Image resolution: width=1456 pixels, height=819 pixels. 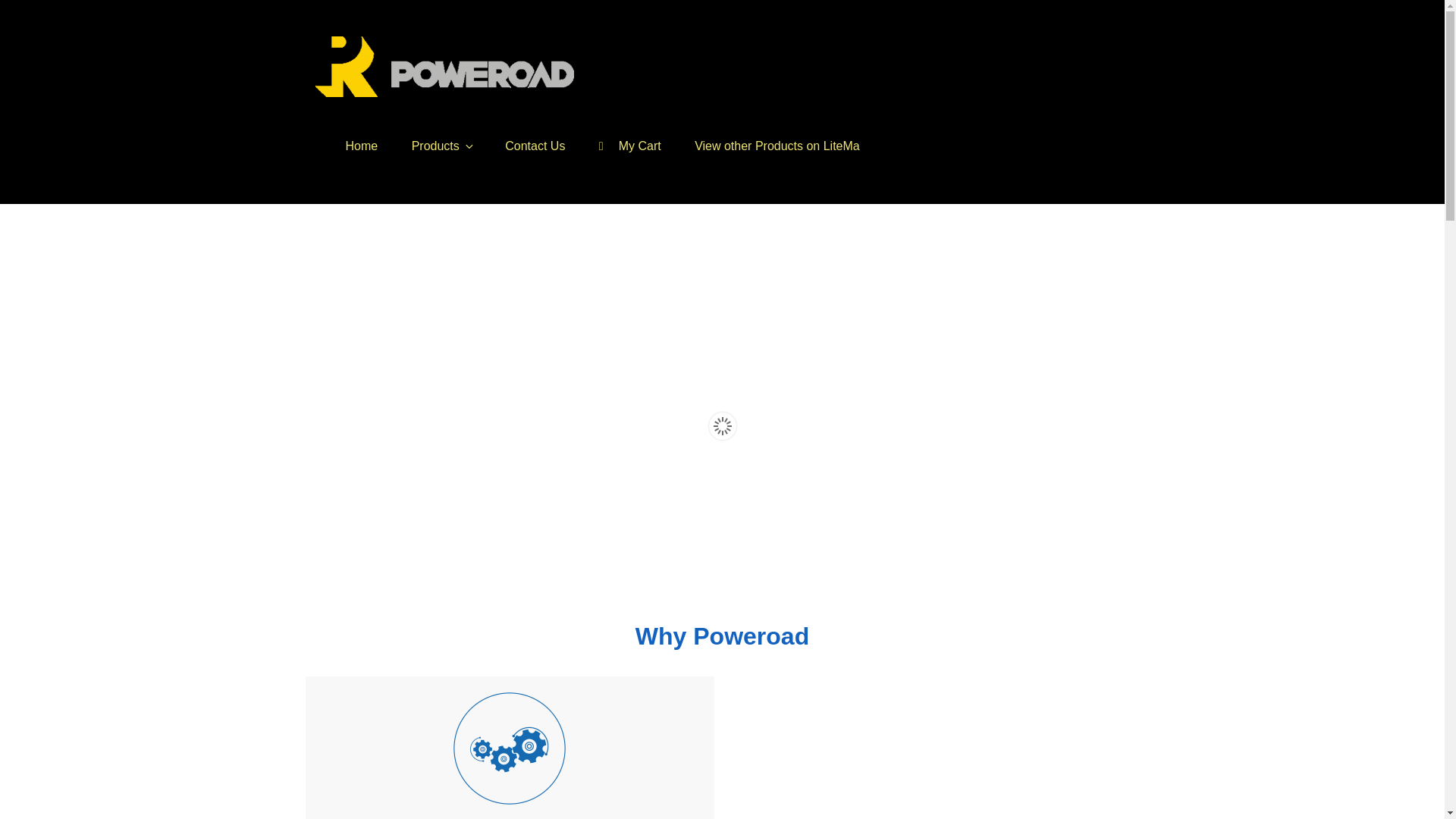 What do you see at coordinates (629, 146) in the screenshot?
I see `'My Cart'` at bounding box center [629, 146].